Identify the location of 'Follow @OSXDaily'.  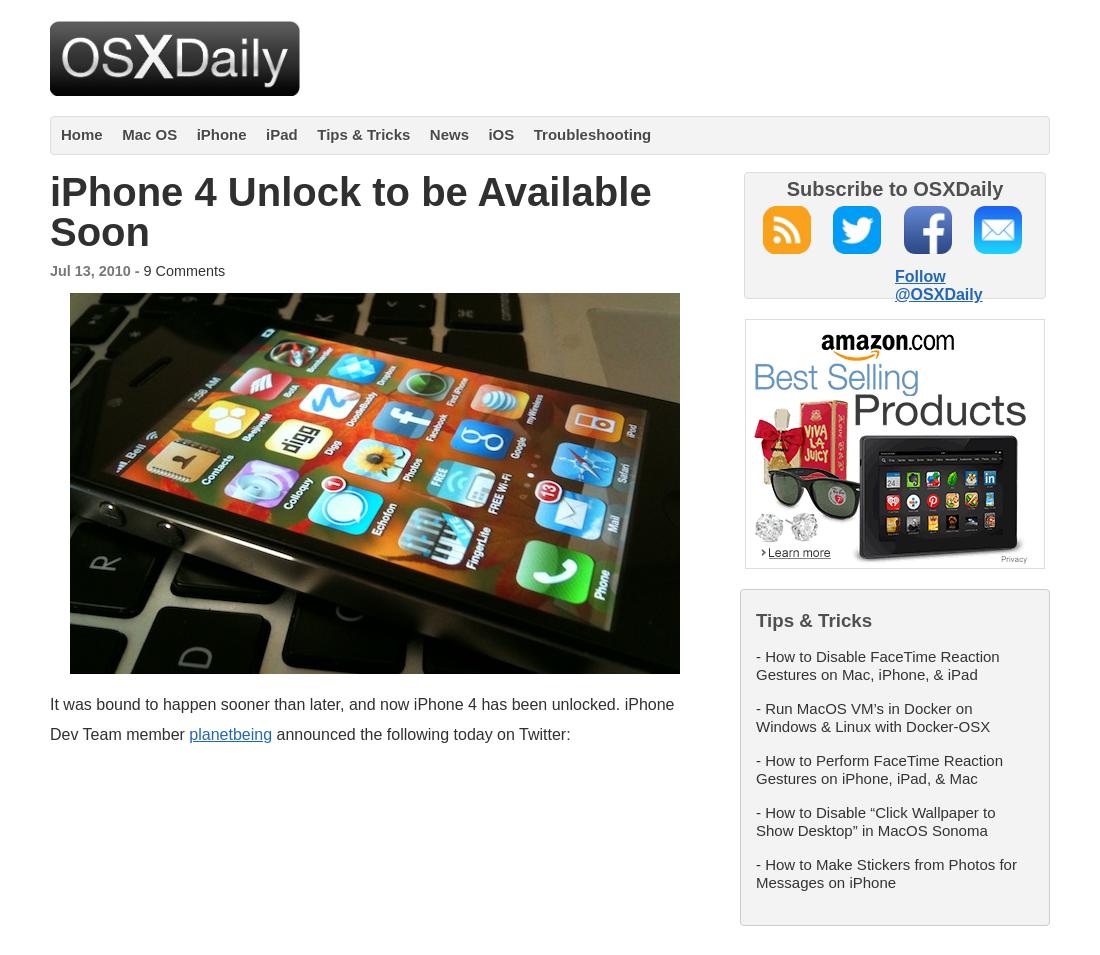
(938, 284).